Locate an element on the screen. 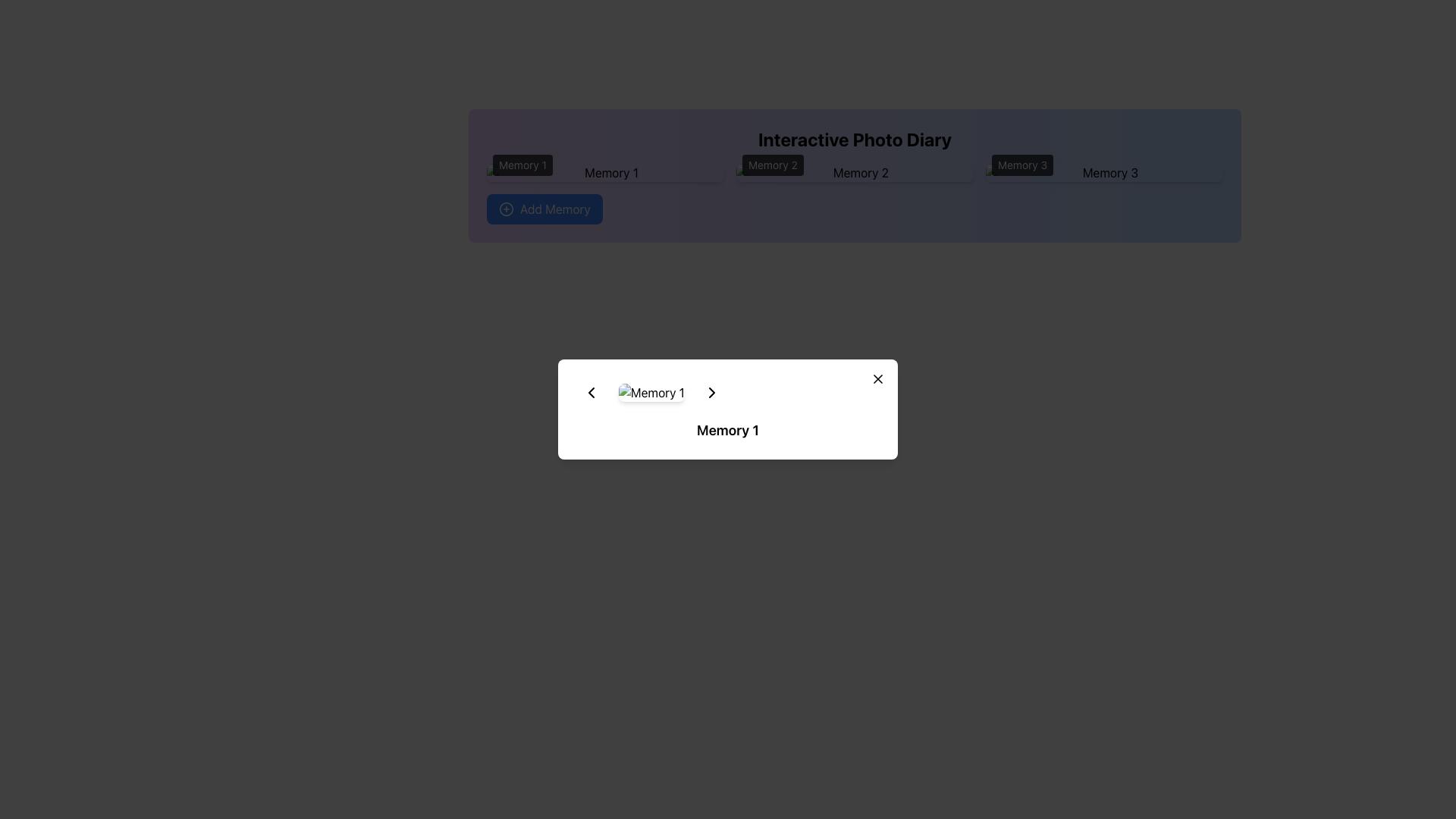 The image size is (1456, 819). the first item in the grid layout that serves as a button for accessing 'Memory 1' is located at coordinates (604, 171).